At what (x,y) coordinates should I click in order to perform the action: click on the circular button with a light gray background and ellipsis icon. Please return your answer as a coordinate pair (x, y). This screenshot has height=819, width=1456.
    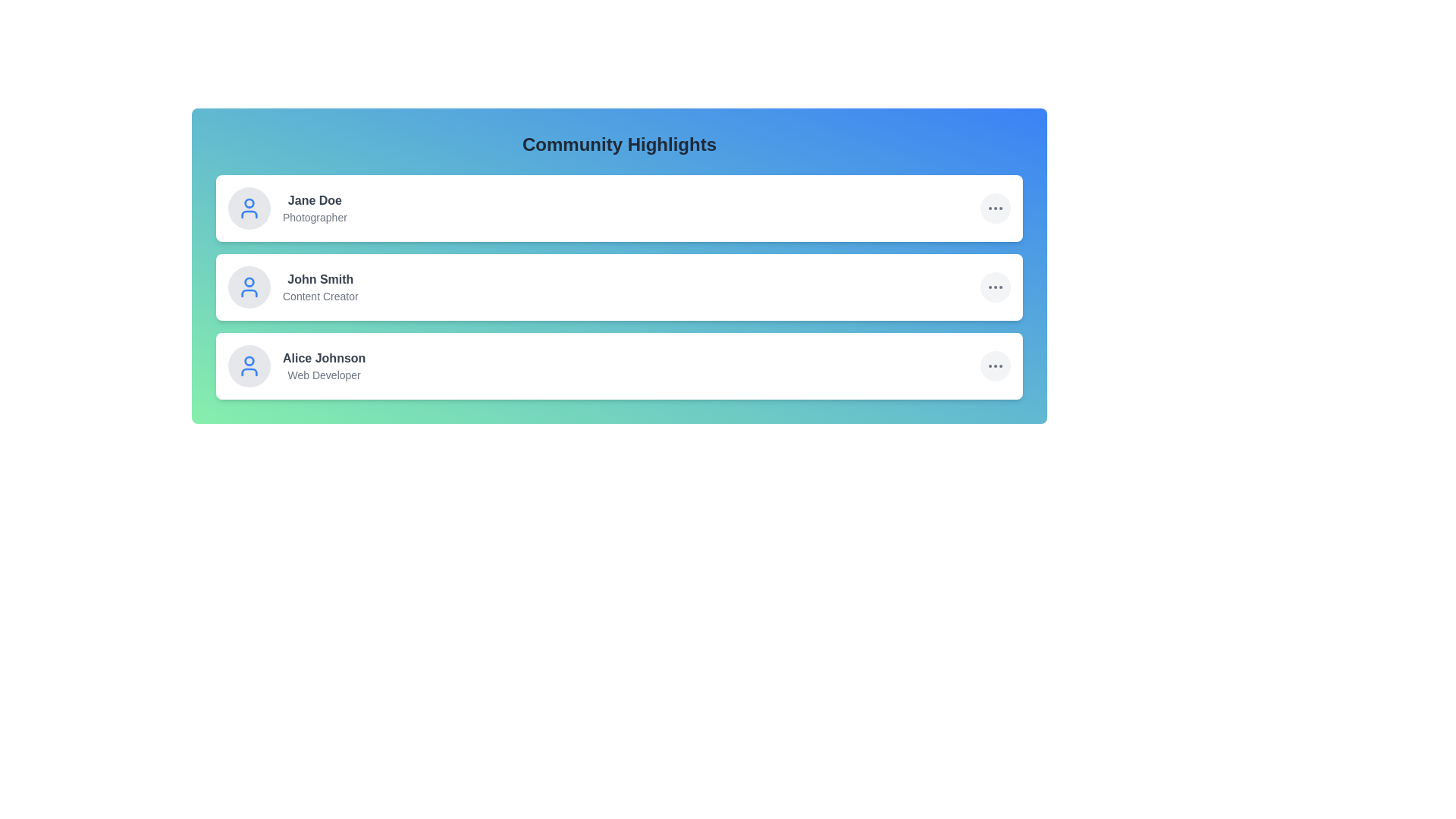
    Looking at the image, I should click on (996, 366).